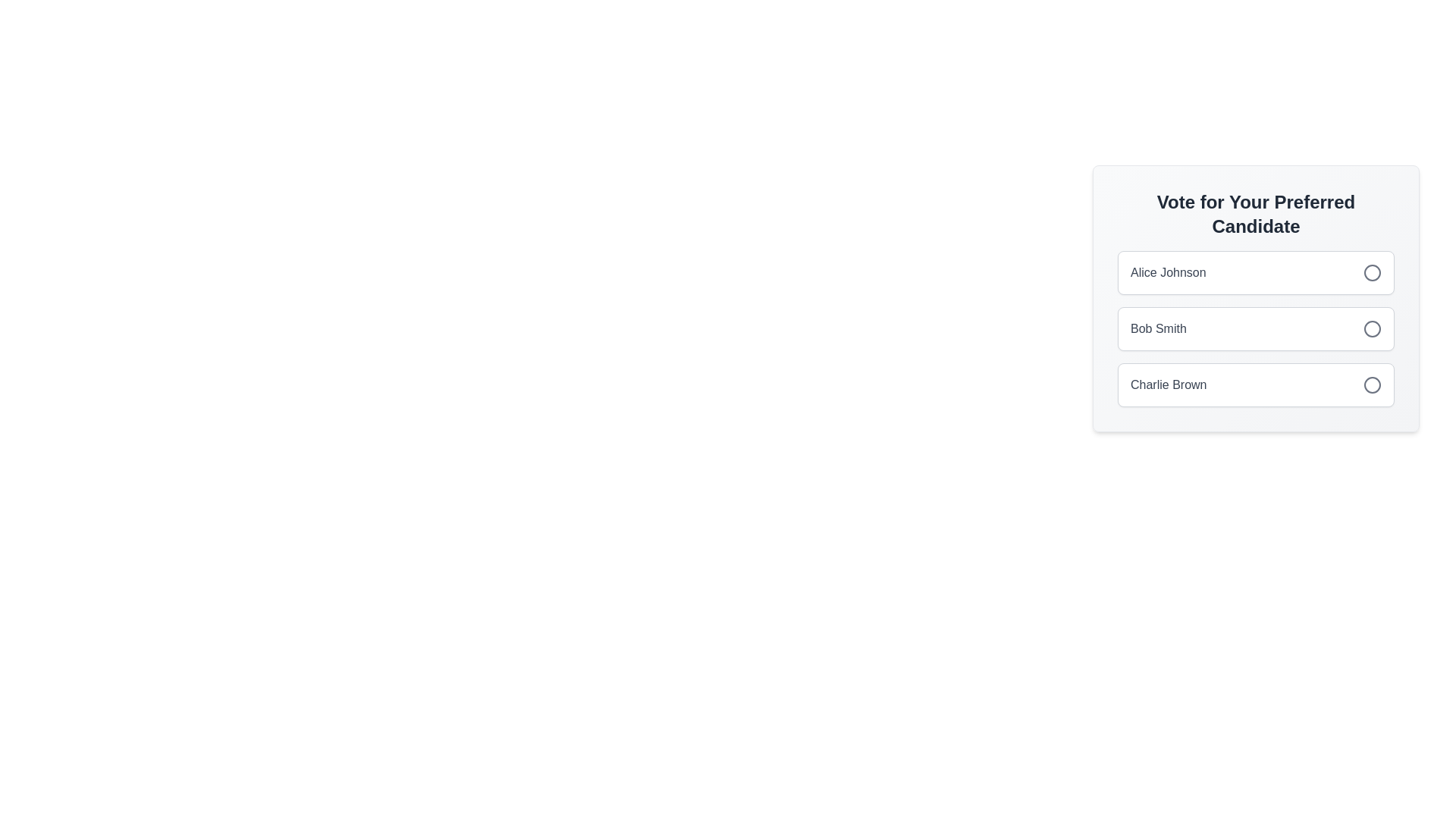  Describe the element at coordinates (1372, 271) in the screenshot. I see `the circular radio button located to the right of the text 'Alice Johnson'` at that location.